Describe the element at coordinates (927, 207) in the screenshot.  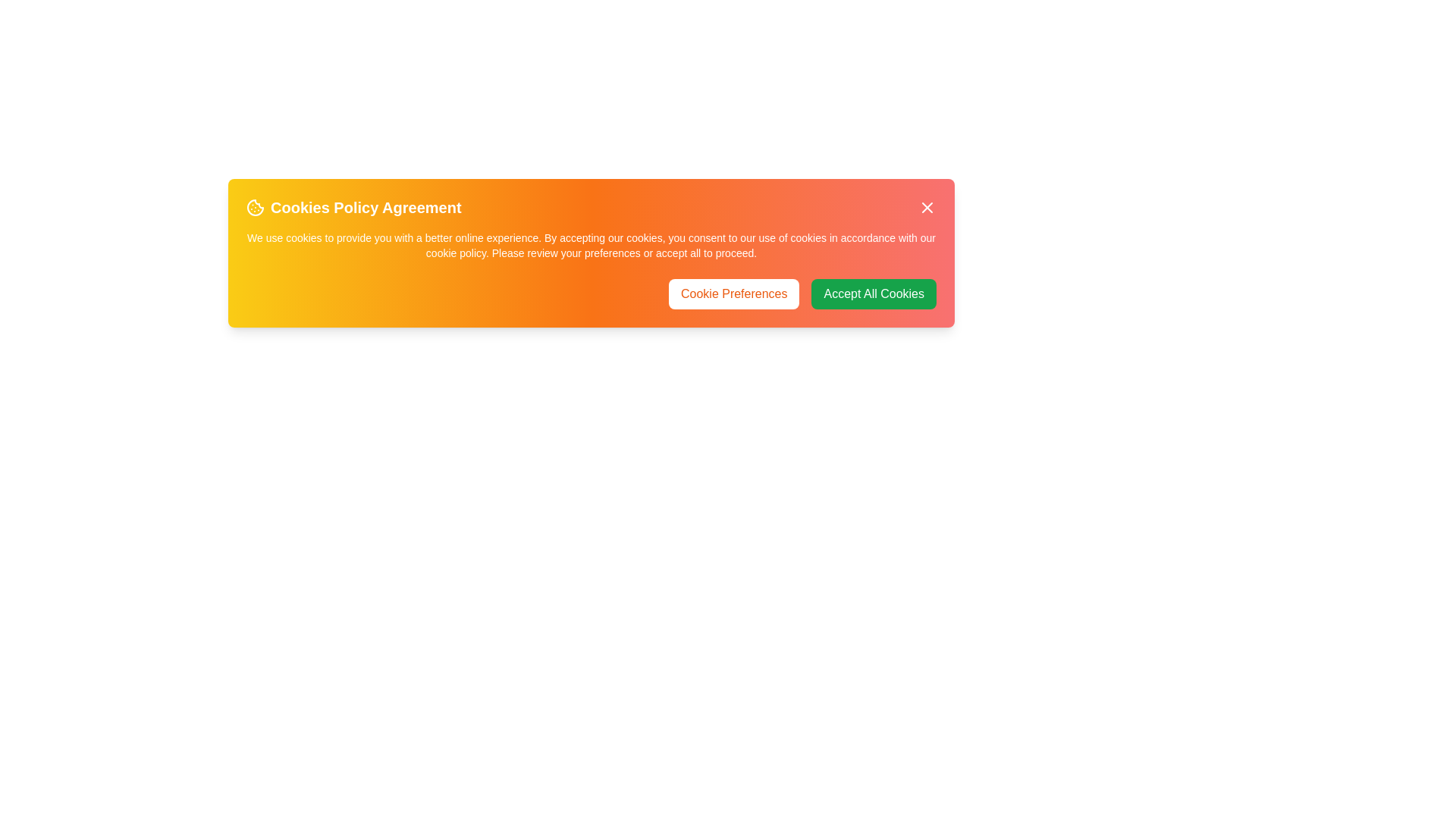
I see `the red circular button with a white 'X' icon located in the top-right corner of the 'Cookies Policy Agreement' banner` at that location.